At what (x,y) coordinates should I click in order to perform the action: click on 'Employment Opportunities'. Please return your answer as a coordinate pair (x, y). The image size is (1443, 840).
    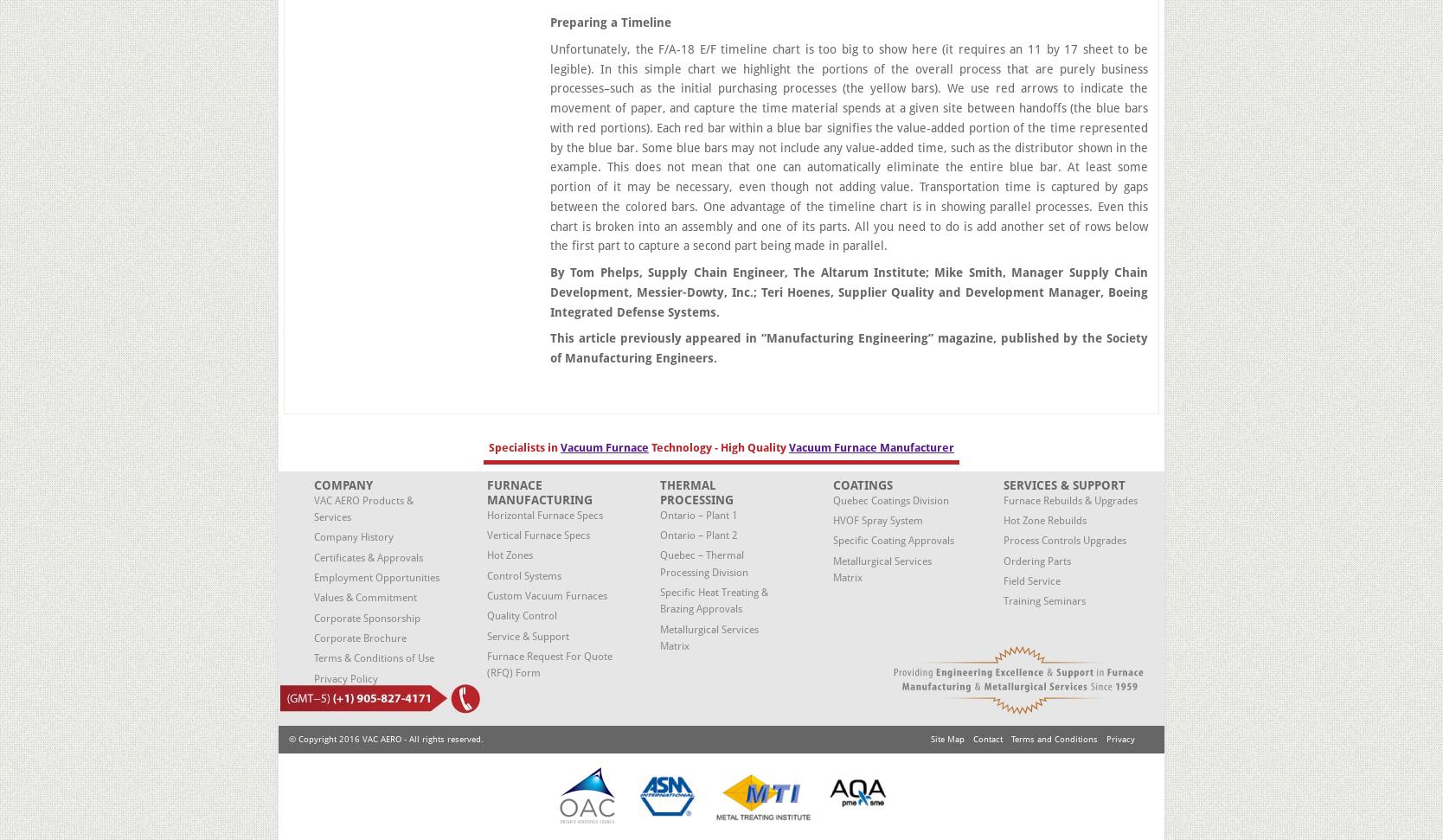
    Looking at the image, I should click on (312, 578).